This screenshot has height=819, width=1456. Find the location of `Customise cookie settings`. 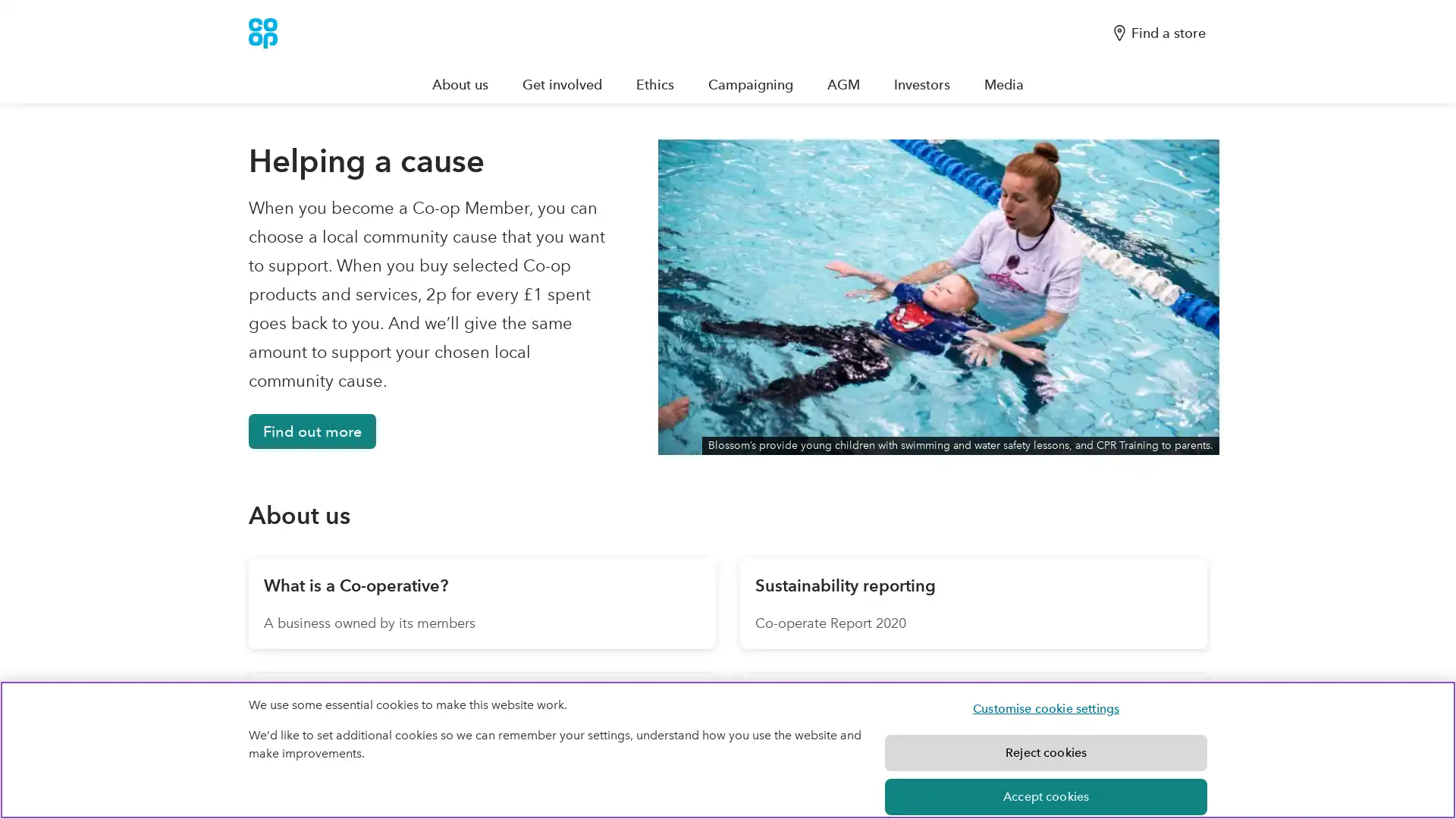

Customise cookie settings is located at coordinates (1044, 708).